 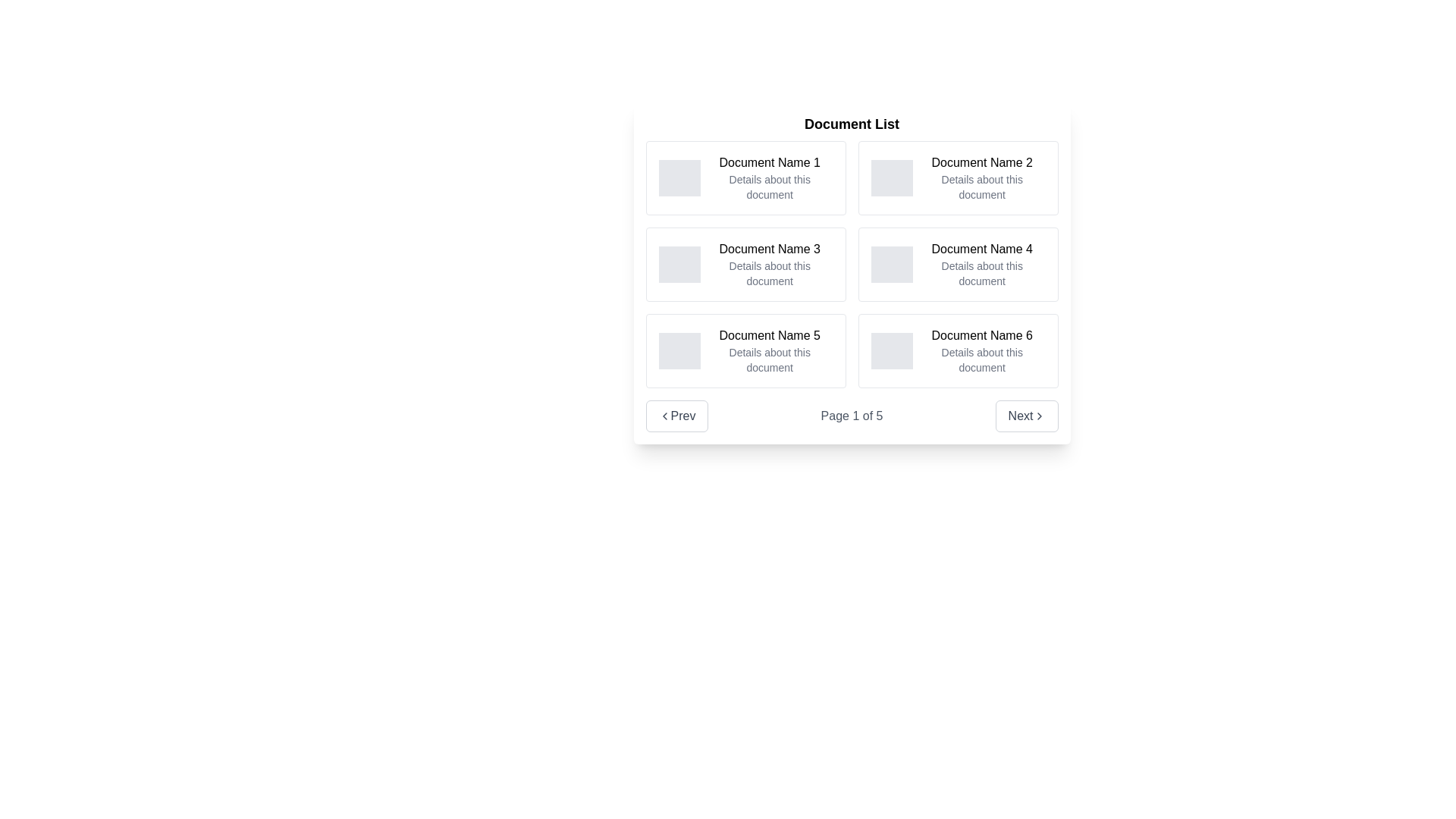 I want to click on the text display containing 'Document Name 4' and 'Details about this document', which is the second item in the second row of the 'Document List' component, so click(x=982, y=263).